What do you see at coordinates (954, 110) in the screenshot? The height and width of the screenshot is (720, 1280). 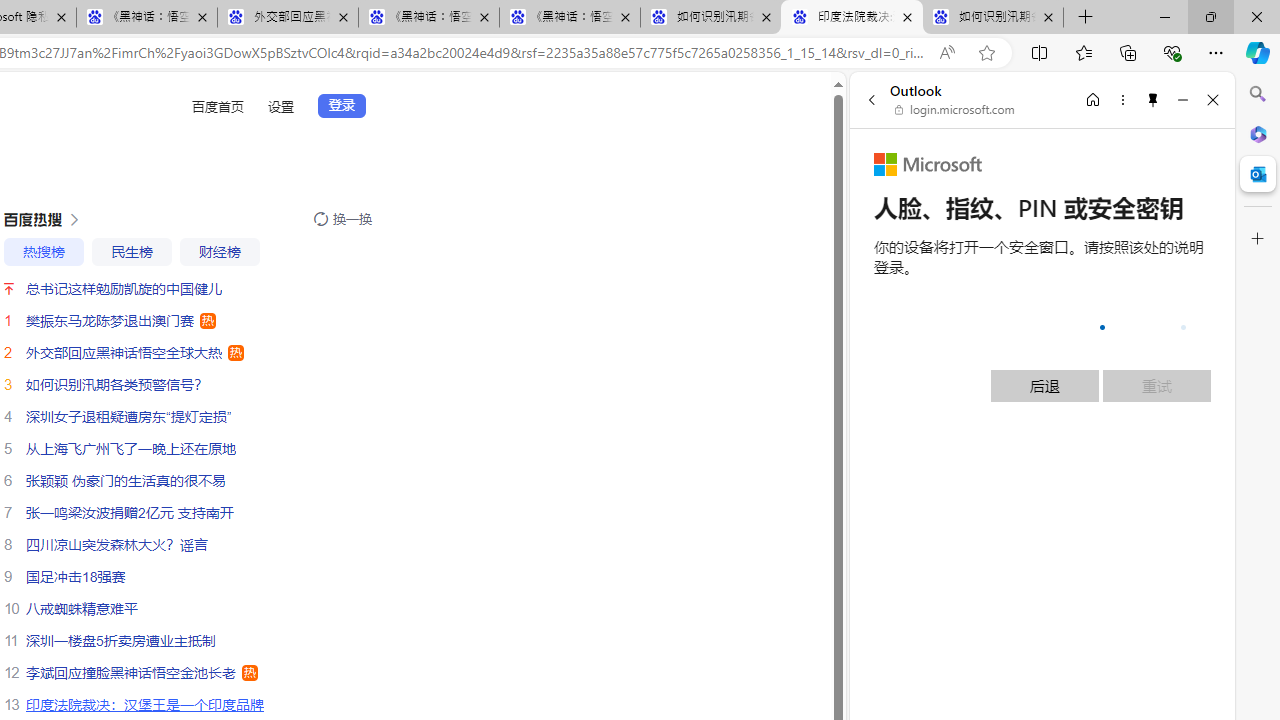 I see `'login.microsoft.com'` at bounding box center [954, 110].